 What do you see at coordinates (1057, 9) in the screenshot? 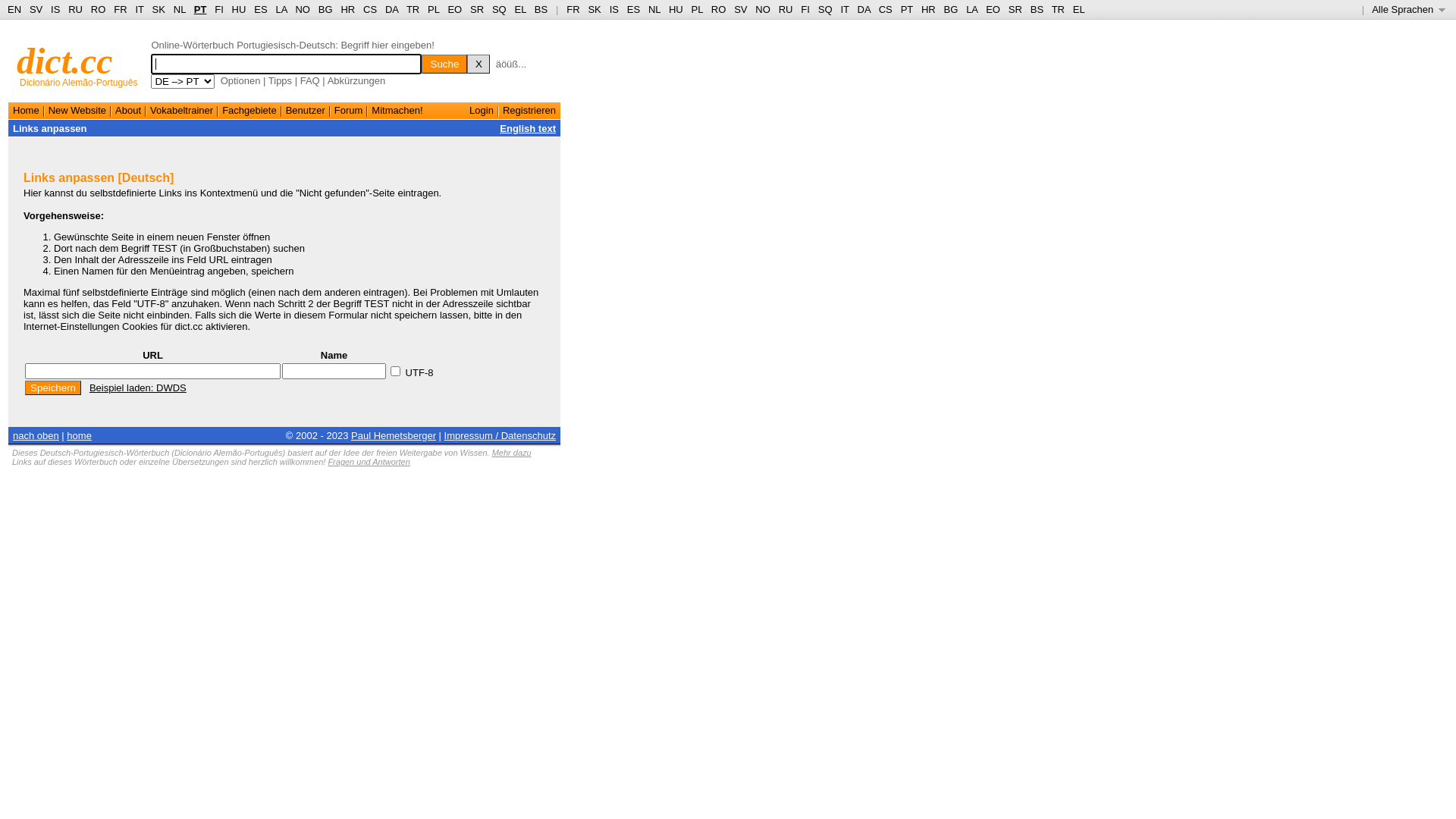
I see `'TR'` at bounding box center [1057, 9].